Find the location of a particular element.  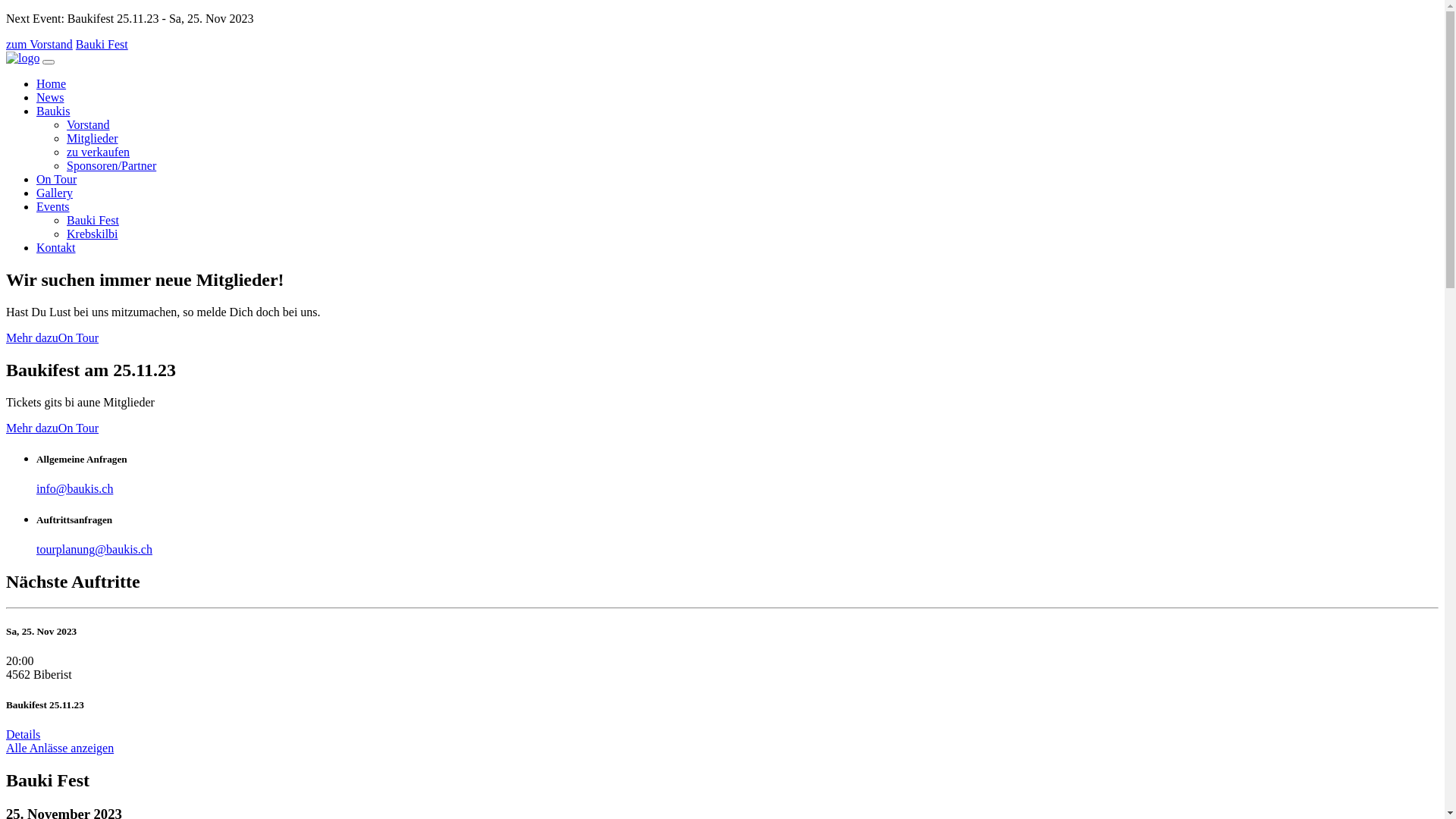

'Krebskilbi' is located at coordinates (65, 234).